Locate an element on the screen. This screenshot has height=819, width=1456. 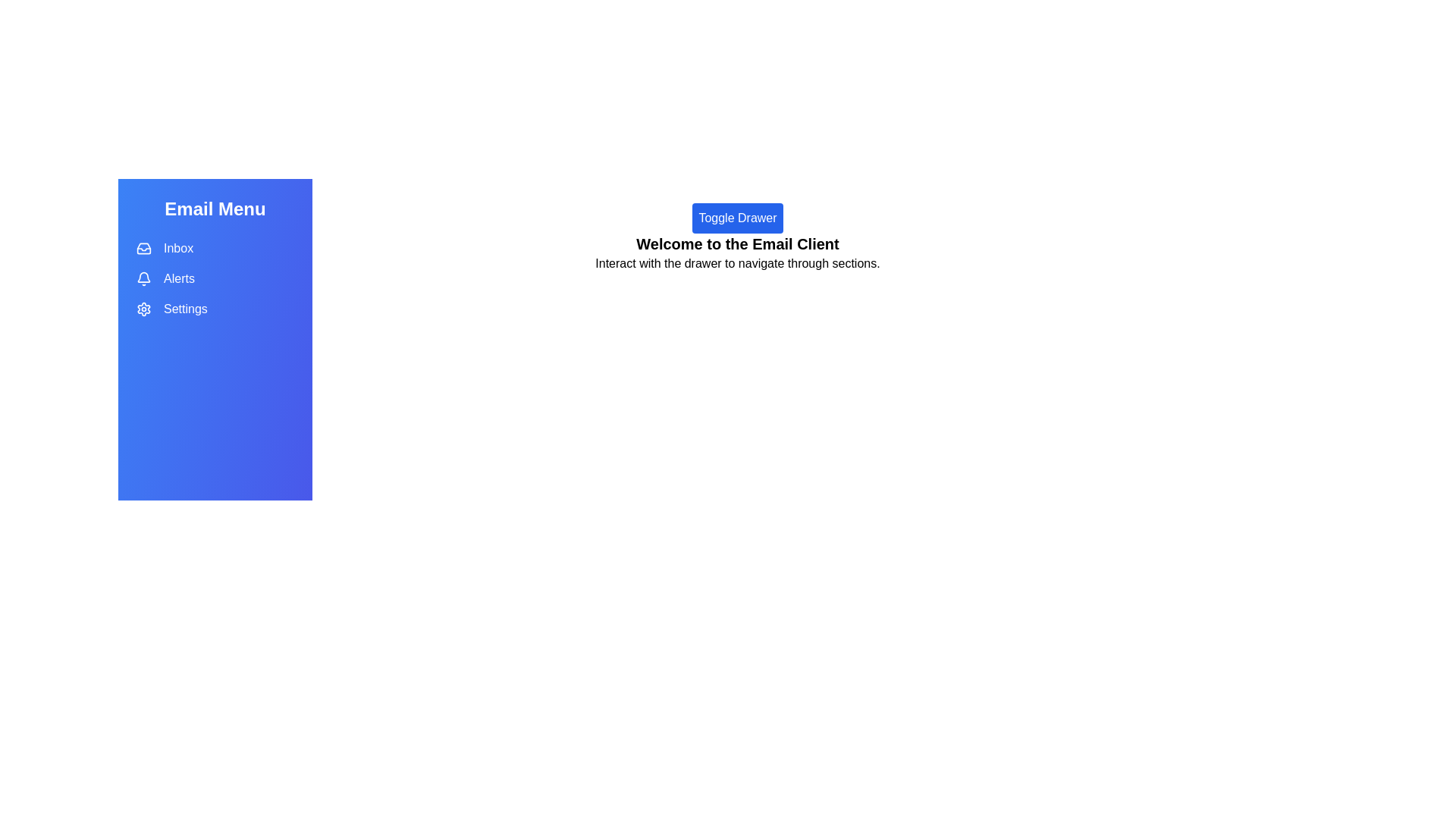
'Toggle Drawer' button to toggle the visibility of the drawer is located at coordinates (738, 218).